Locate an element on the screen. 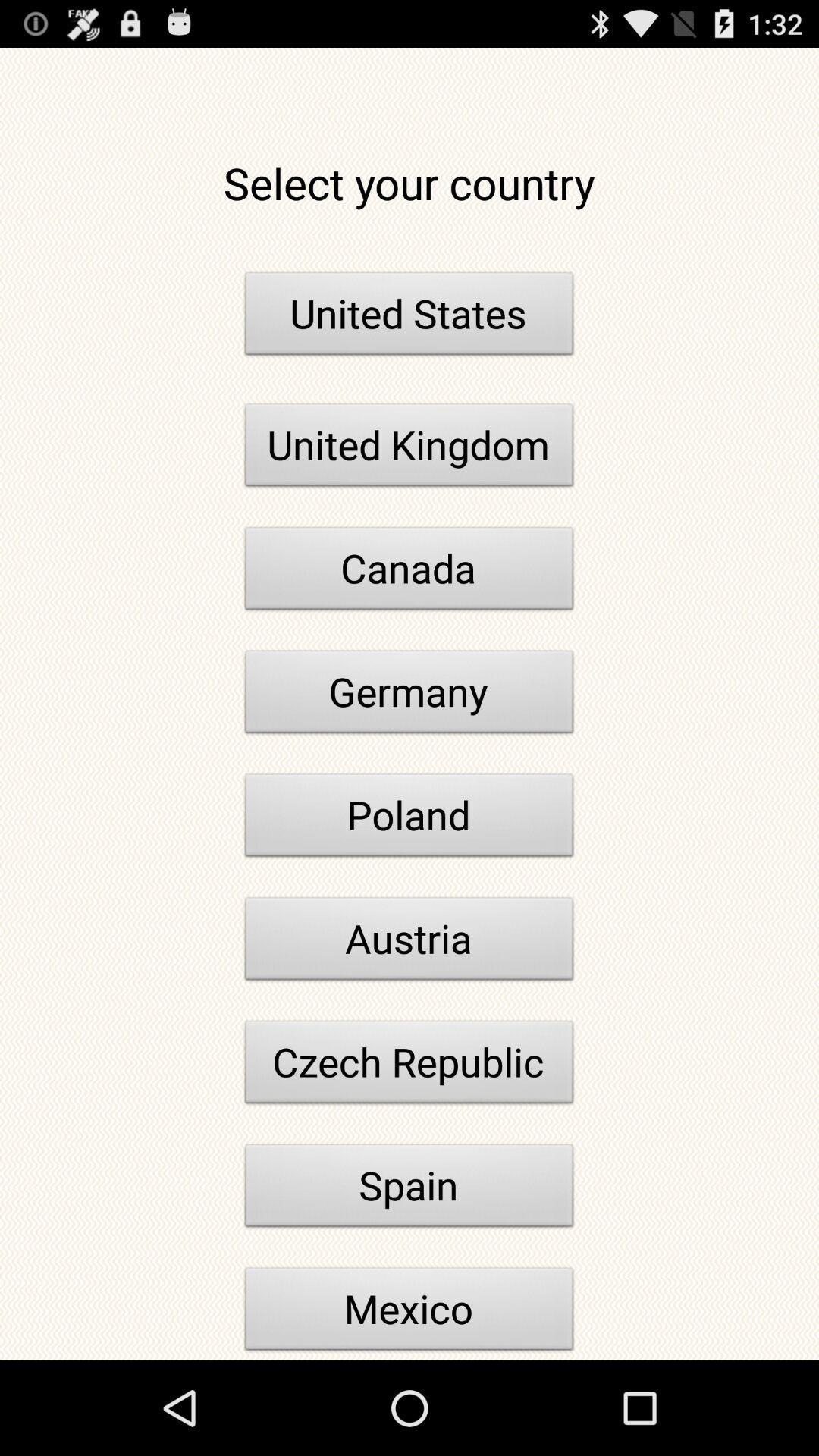  the poland icon is located at coordinates (409, 818).